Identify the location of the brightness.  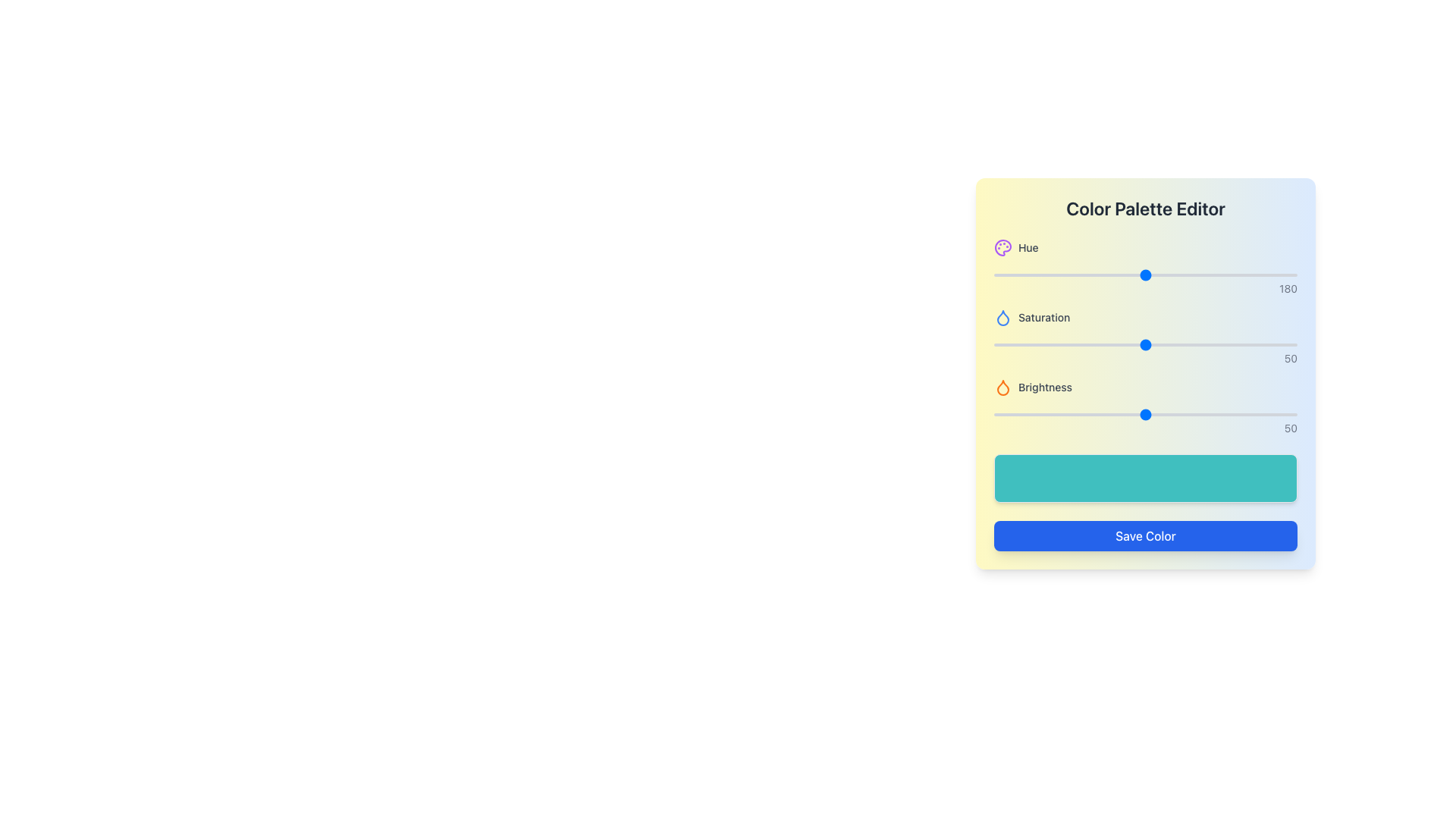
(1112, 415).